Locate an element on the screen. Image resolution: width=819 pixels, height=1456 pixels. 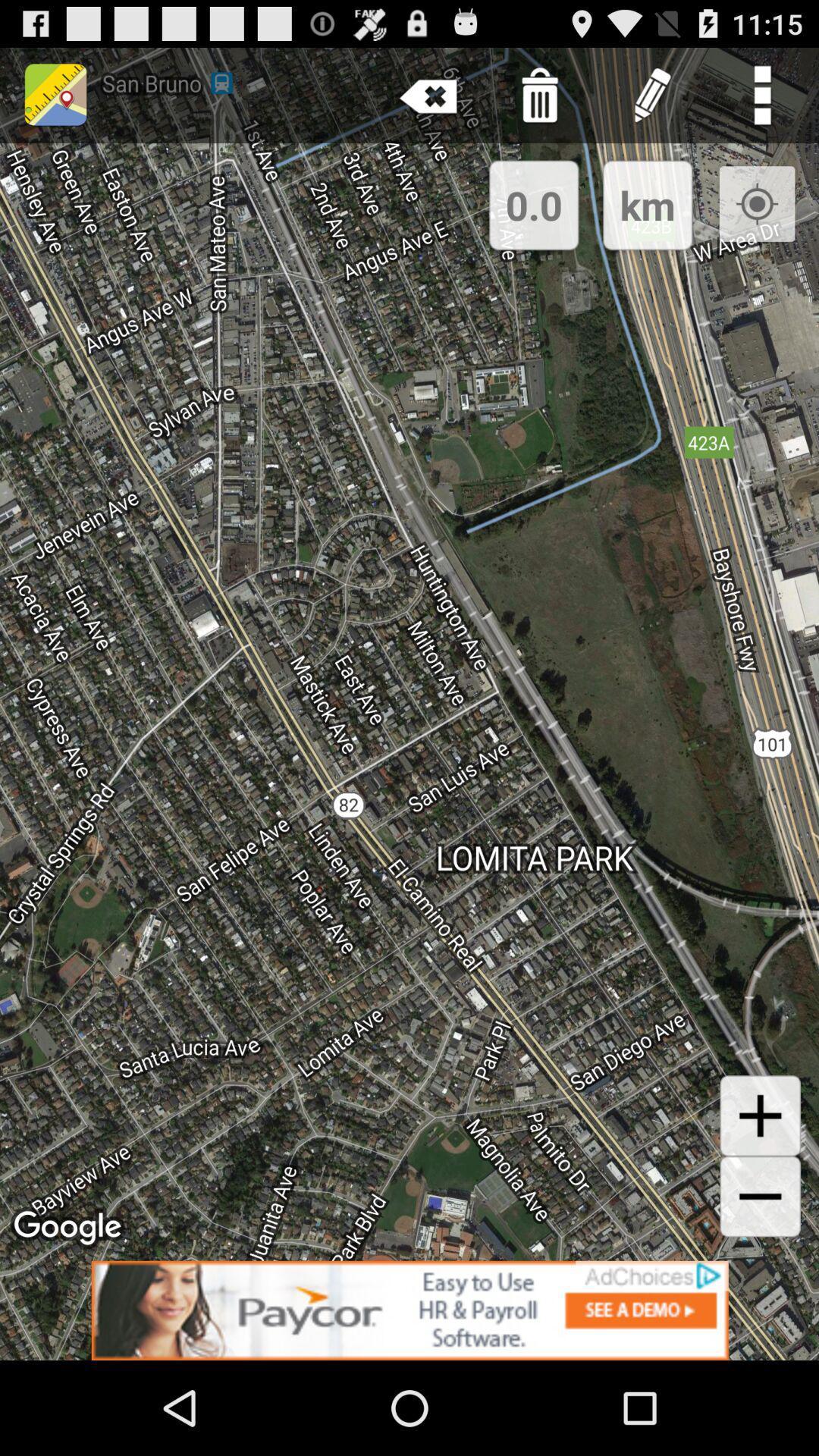
the place holder image from the top left is located at coordinates (55, 94).